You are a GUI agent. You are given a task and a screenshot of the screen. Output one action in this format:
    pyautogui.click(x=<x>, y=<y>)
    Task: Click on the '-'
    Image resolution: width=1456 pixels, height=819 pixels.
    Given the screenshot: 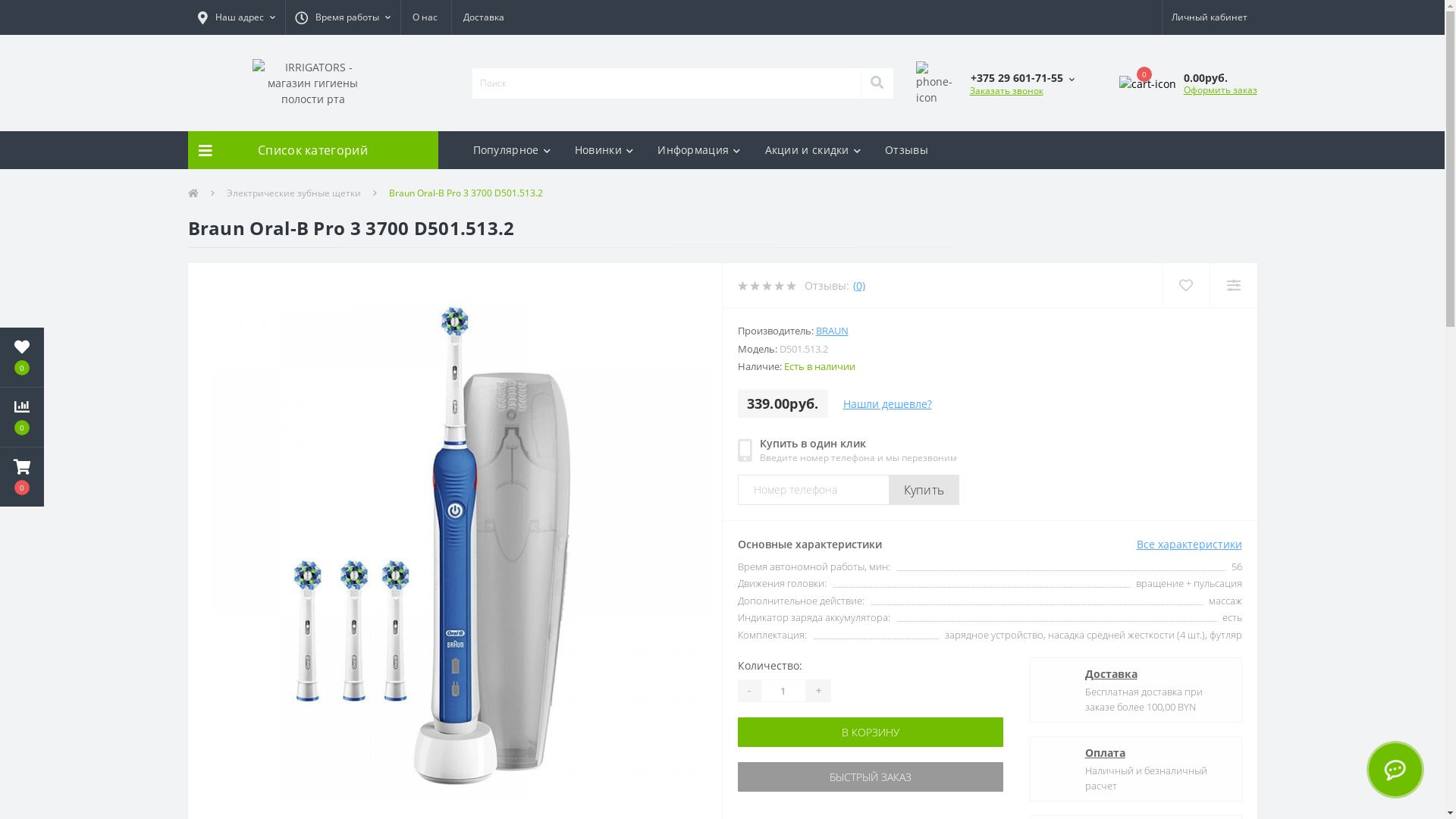 What is the action you would take?
    pyautogui.click(x=748, y=690)
    